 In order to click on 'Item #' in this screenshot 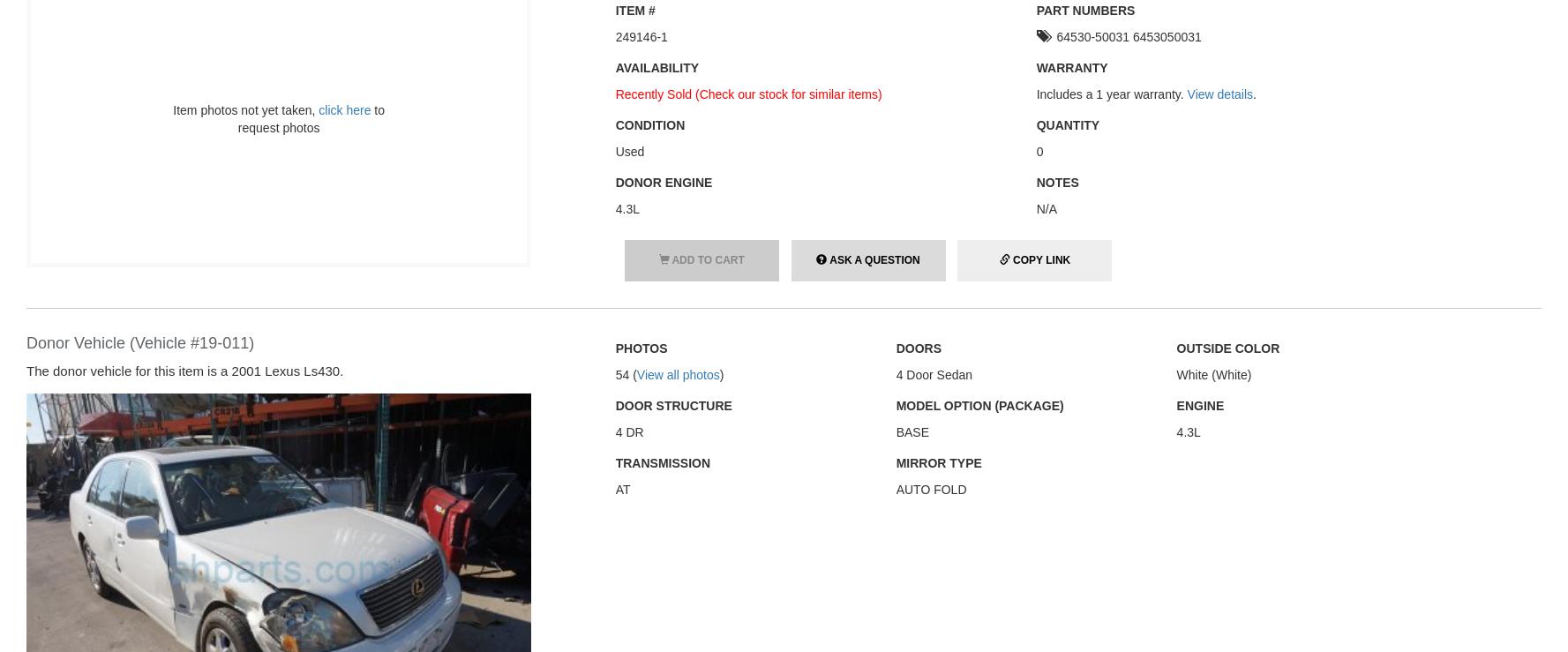, I will do `click(613, 9)`.